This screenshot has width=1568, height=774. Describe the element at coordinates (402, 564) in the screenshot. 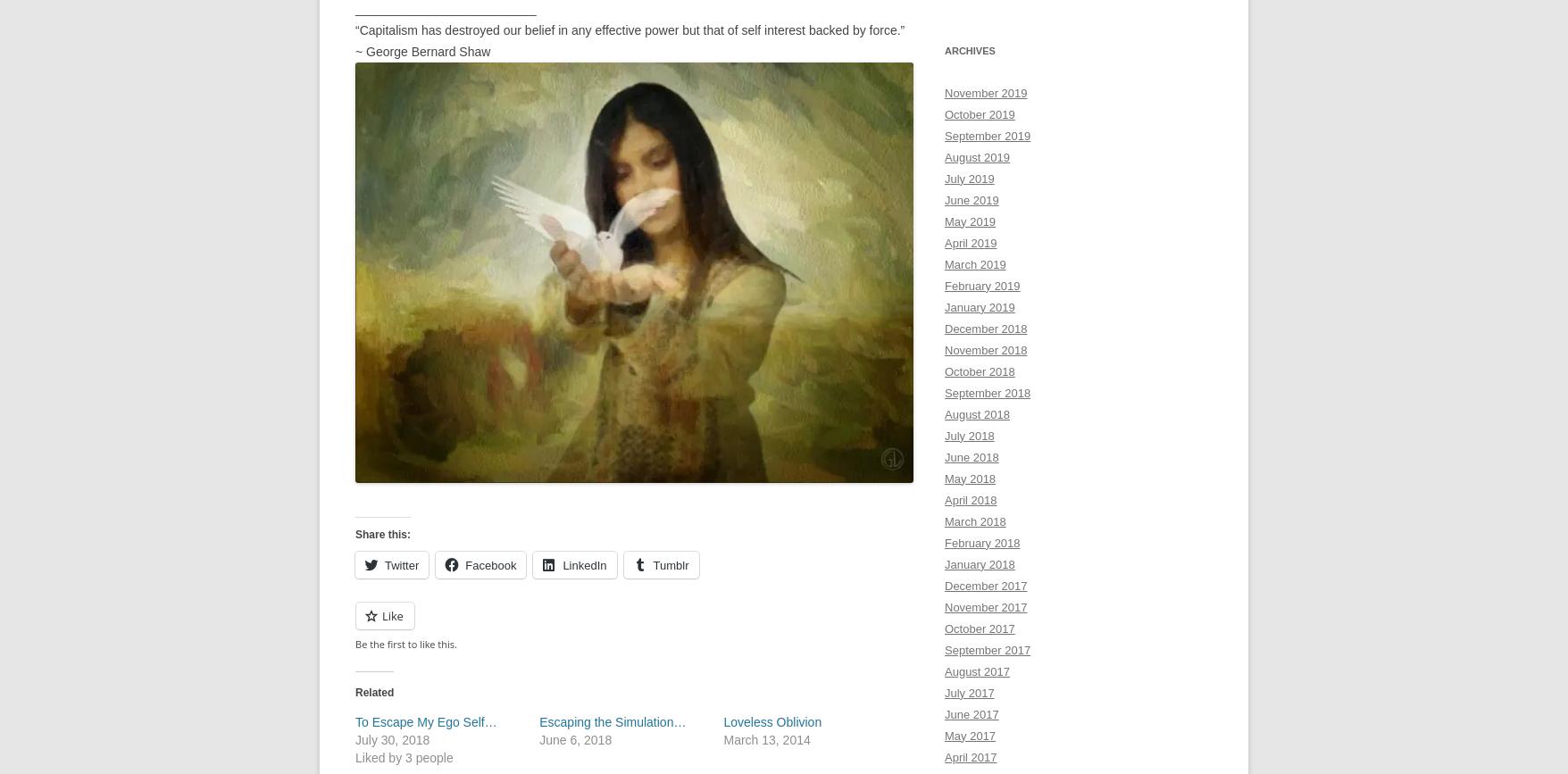

I see `'Twitter'` at that location.